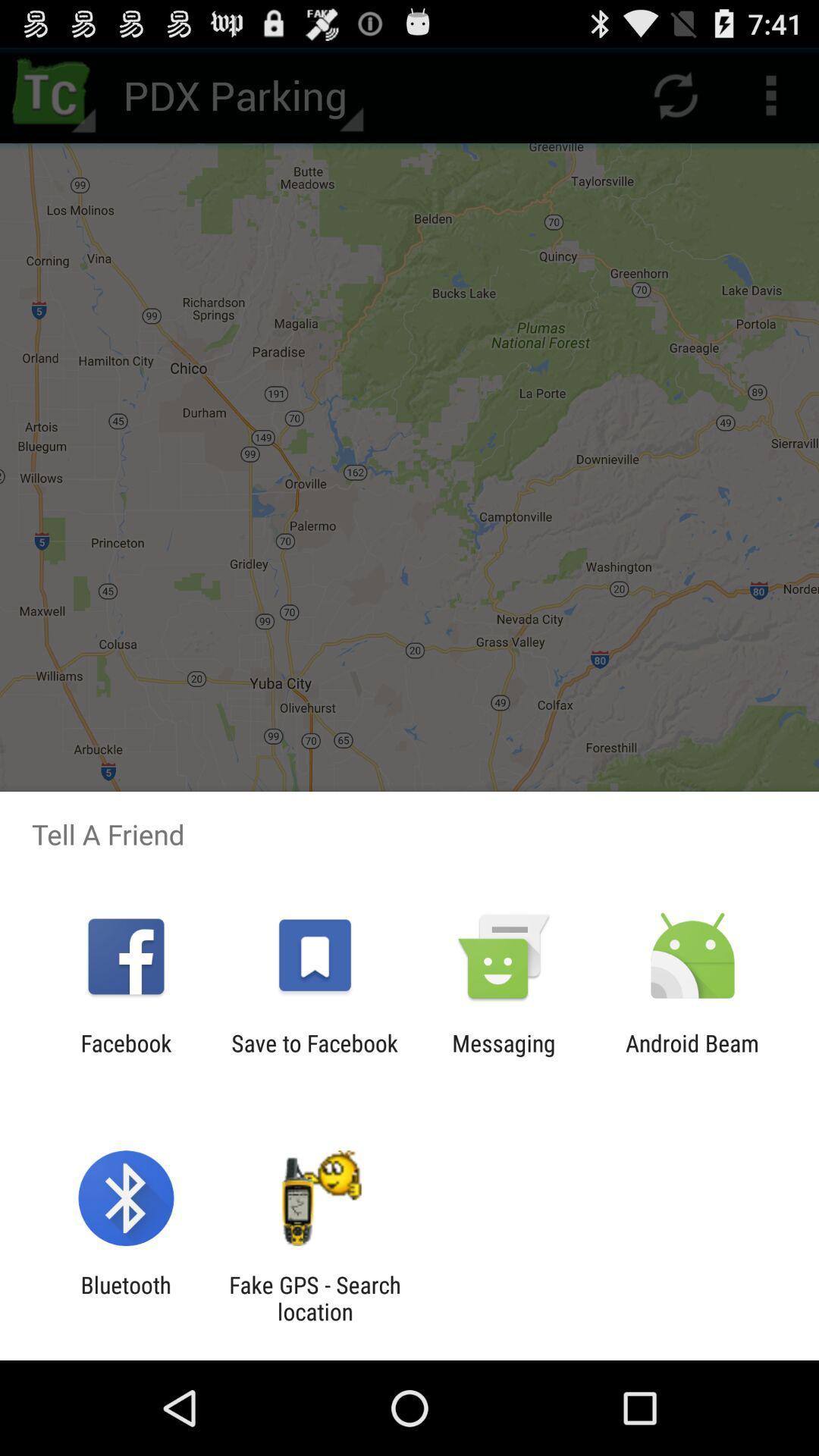  Describe the element at coordinates (314, 1298) in the screenshot. I see `icon to the right of the bluetooth` at that location.